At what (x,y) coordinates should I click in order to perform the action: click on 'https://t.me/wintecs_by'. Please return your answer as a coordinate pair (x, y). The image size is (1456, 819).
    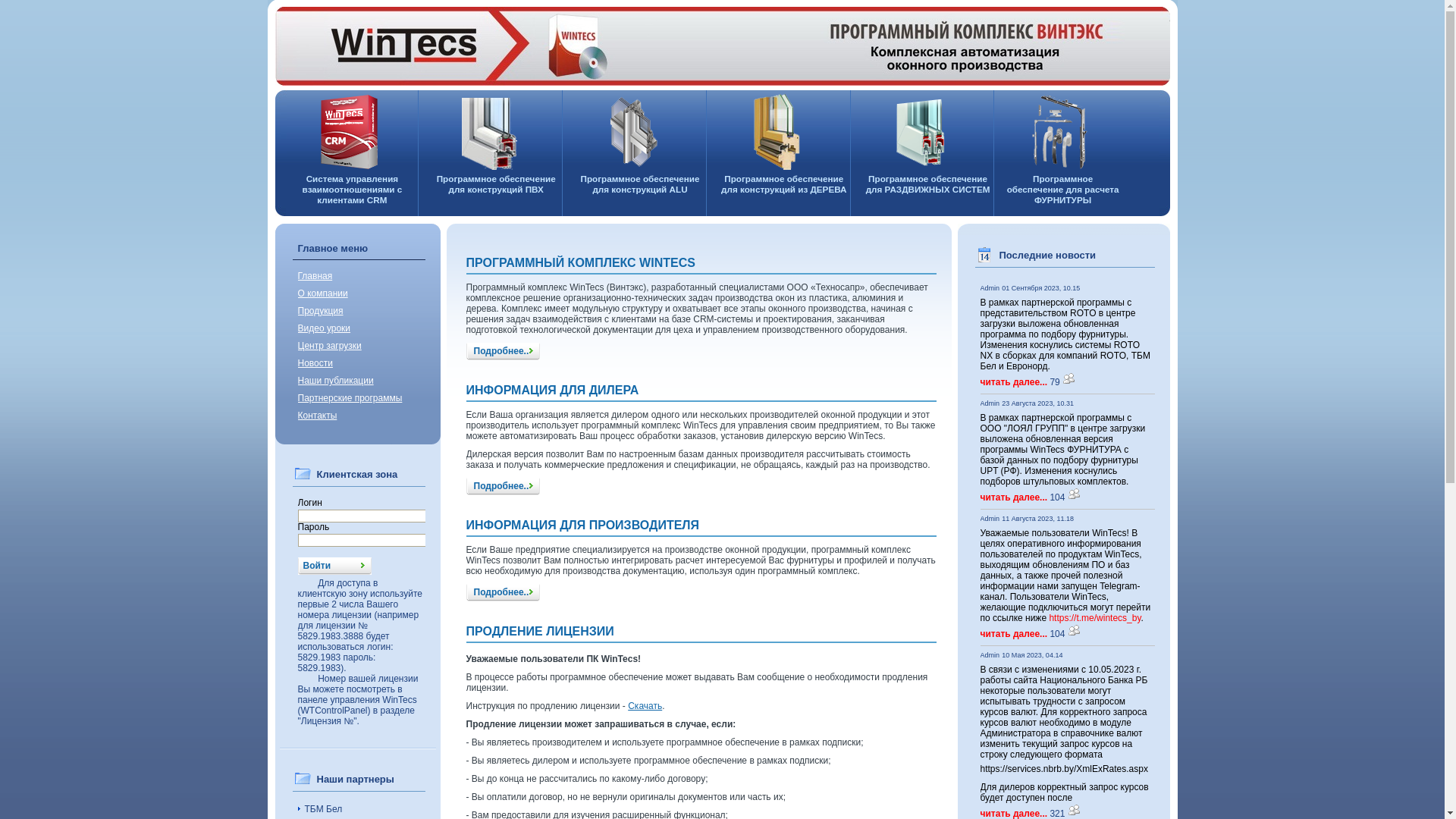
    Looking at the image, I should click on (1094, 617).